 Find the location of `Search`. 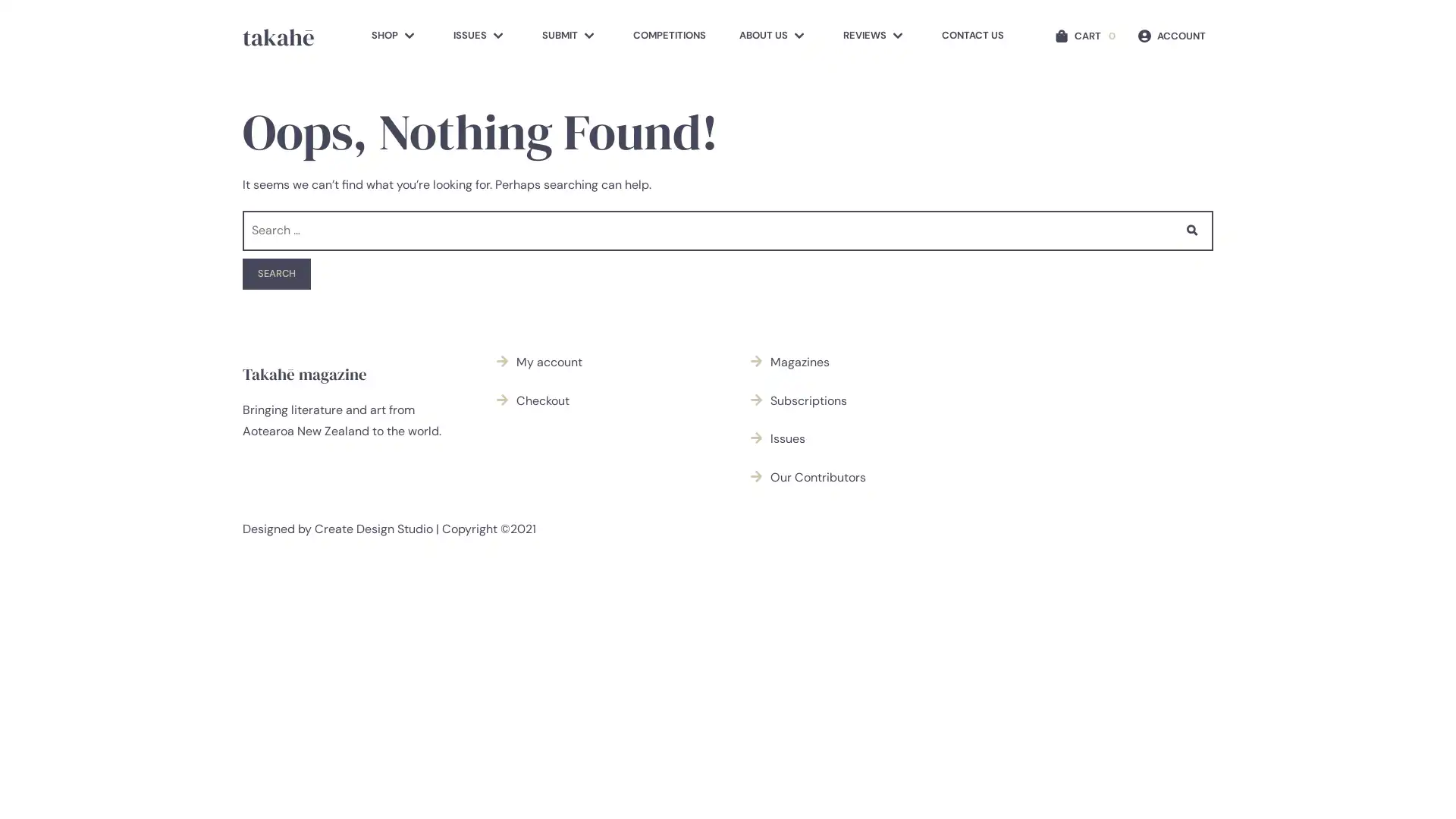

Search is located at coordinates (276, 274).